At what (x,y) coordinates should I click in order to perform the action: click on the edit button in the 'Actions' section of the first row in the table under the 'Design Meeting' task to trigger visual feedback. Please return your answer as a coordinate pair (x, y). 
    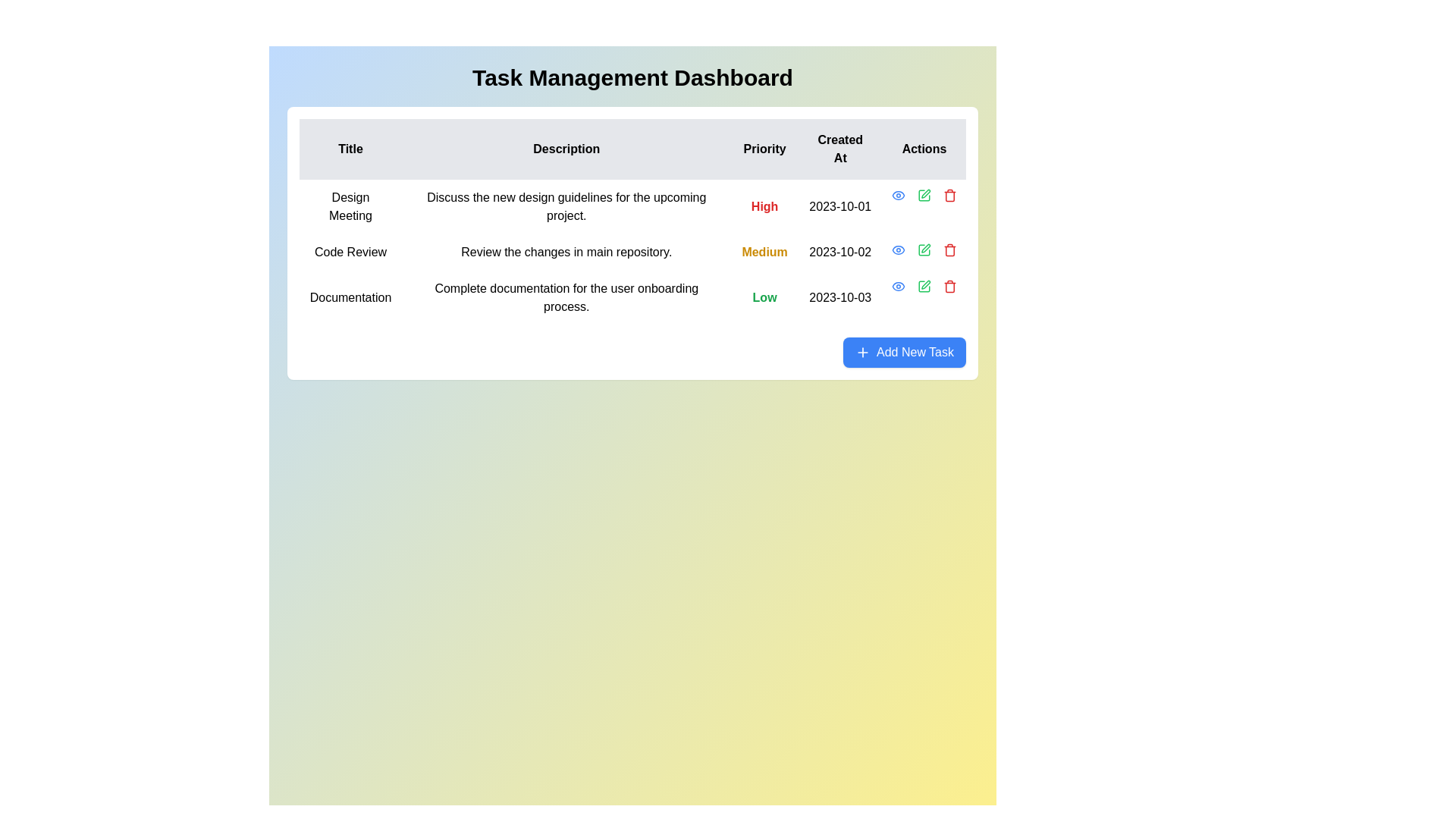
    Looking at the image, I should click on (924, 195).